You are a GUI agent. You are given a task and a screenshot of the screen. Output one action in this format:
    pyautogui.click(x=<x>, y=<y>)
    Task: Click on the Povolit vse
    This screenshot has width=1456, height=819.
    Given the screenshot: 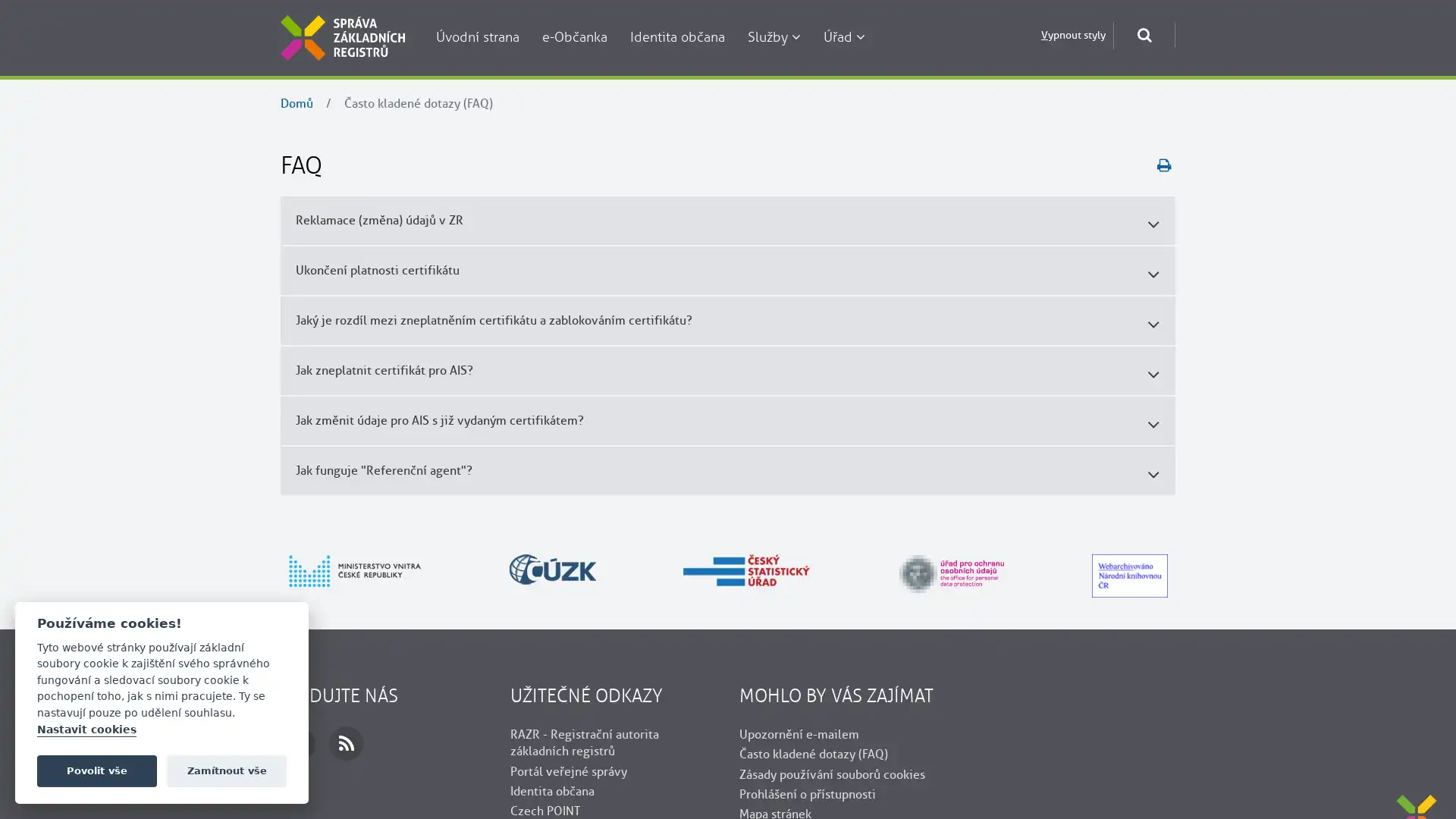 What is the action you would take?
    pyautogui.click(x=96, y=770)
    